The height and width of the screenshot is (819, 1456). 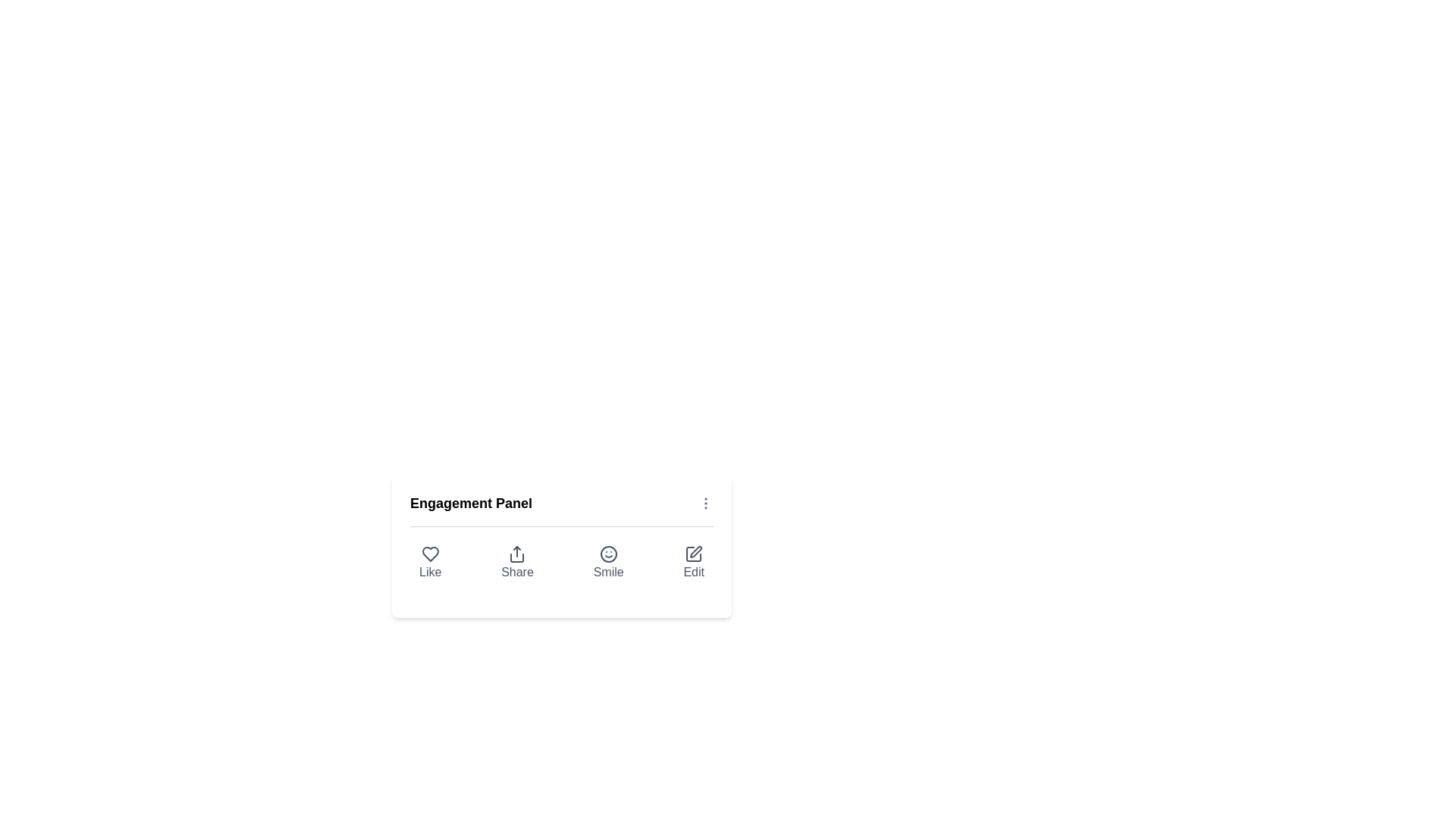 I want to click on the share button with text and icon located in the bottom section of the Engagement Panel to initiate content sharing, so click(x=517, y=573).